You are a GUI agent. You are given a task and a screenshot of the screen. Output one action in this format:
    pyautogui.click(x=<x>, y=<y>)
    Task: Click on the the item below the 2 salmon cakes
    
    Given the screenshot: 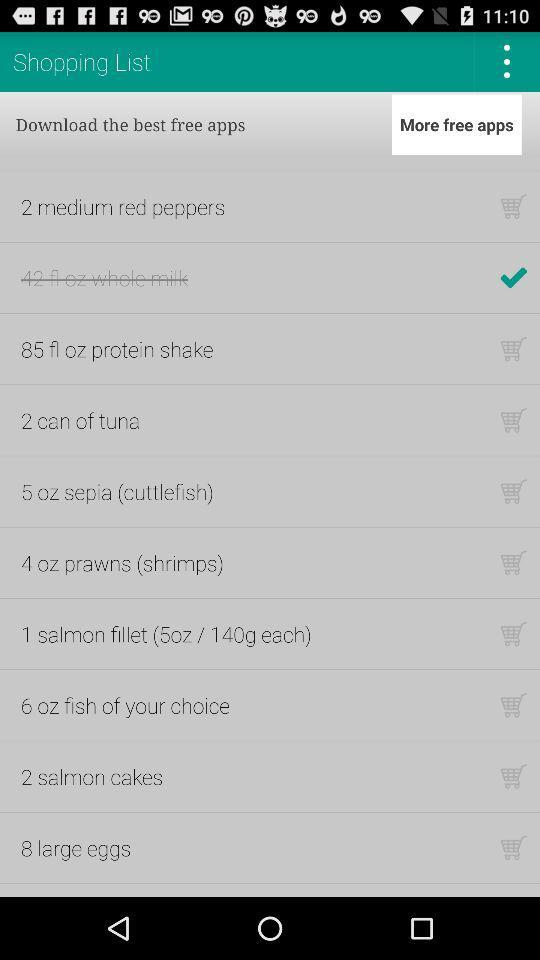 What is the action you would take?
    pyautogui.click(x=75, y=846)
    